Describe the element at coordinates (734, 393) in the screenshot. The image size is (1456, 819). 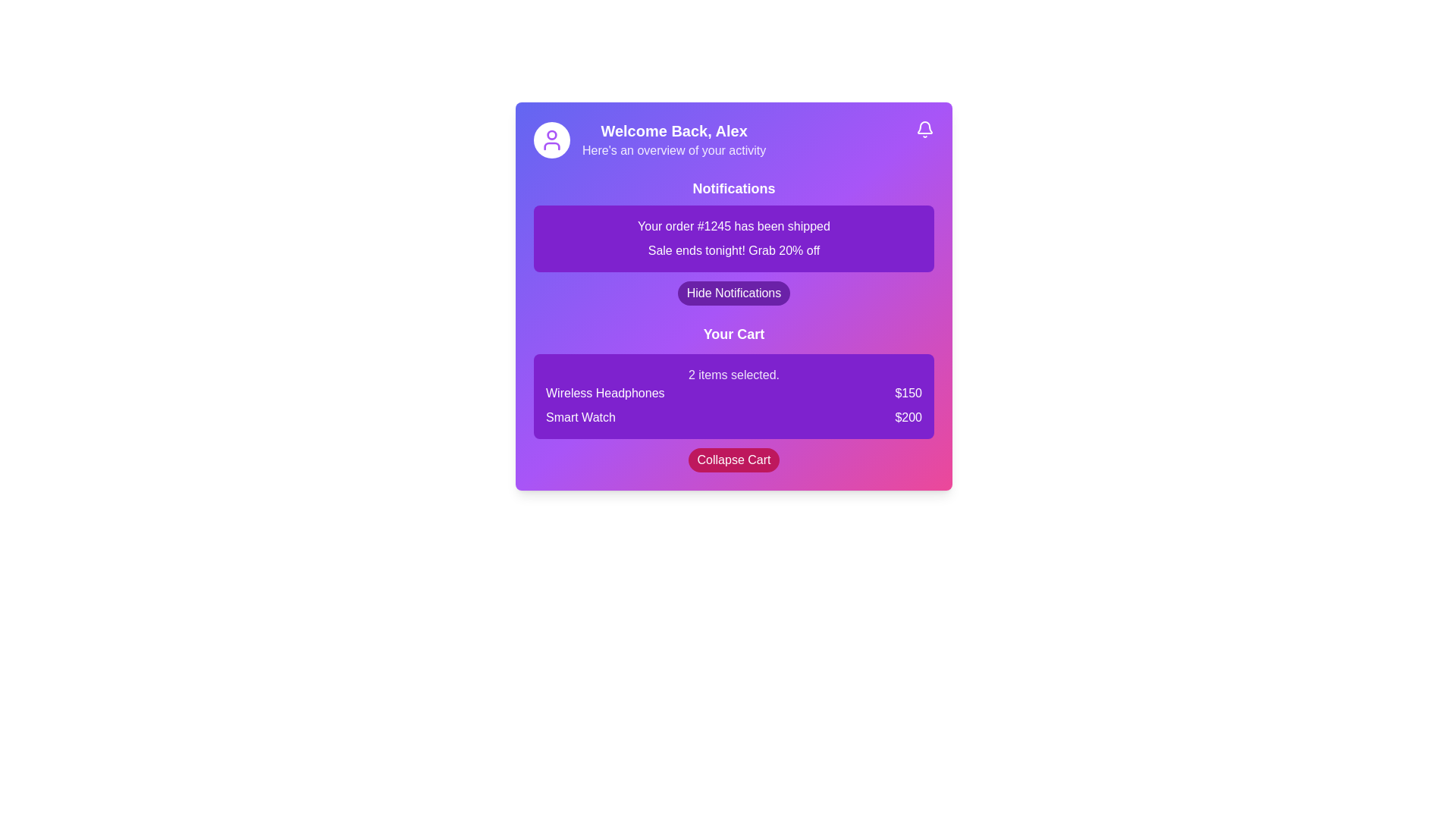
I see `the first item in the shopping cart list displaying the product name and price, which is located above the 'Smart Watch $200' item` at that location.